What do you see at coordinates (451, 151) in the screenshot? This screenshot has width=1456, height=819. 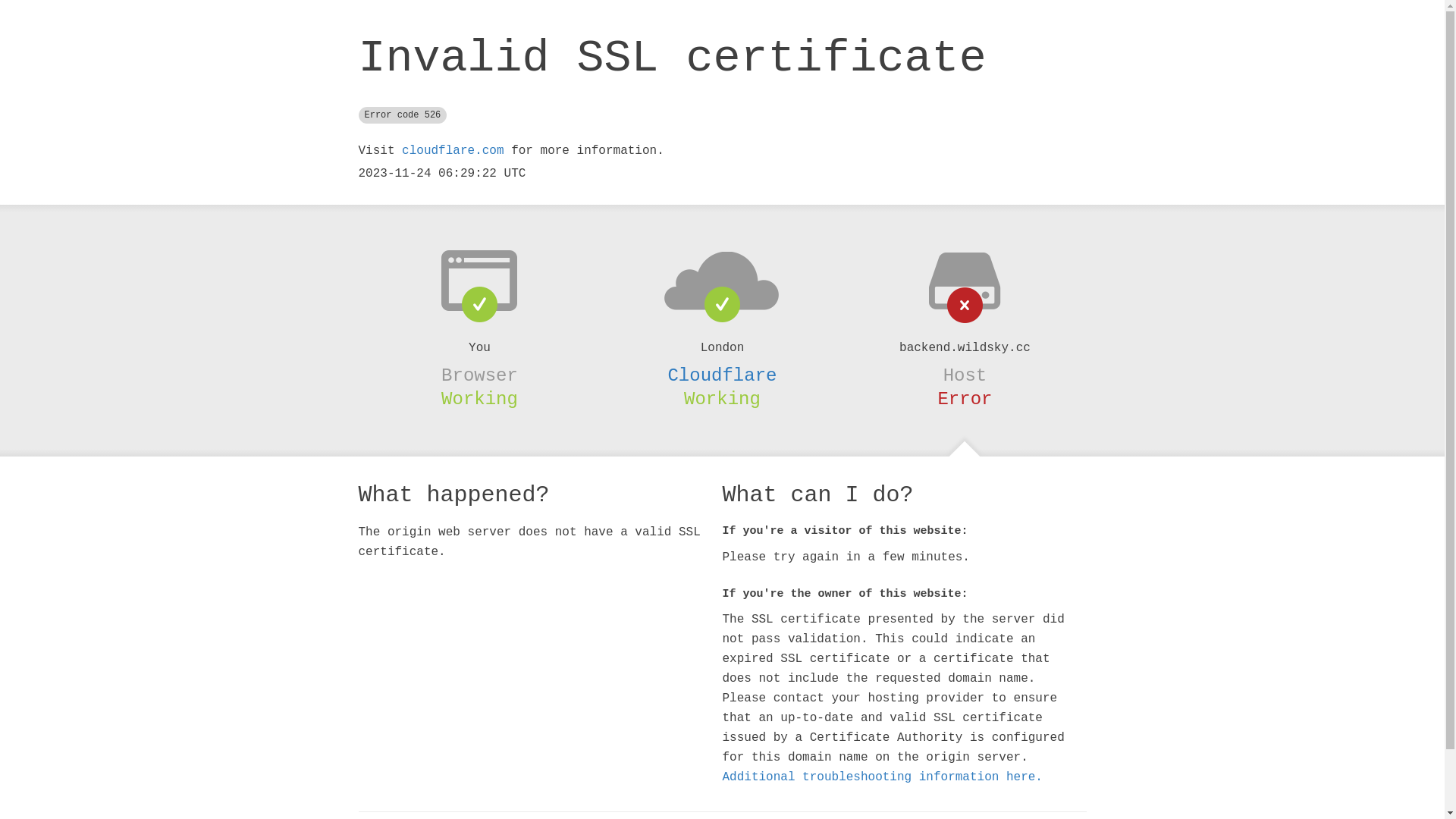 I see `'cloudflare.com'` at bounding box center [451, 151].